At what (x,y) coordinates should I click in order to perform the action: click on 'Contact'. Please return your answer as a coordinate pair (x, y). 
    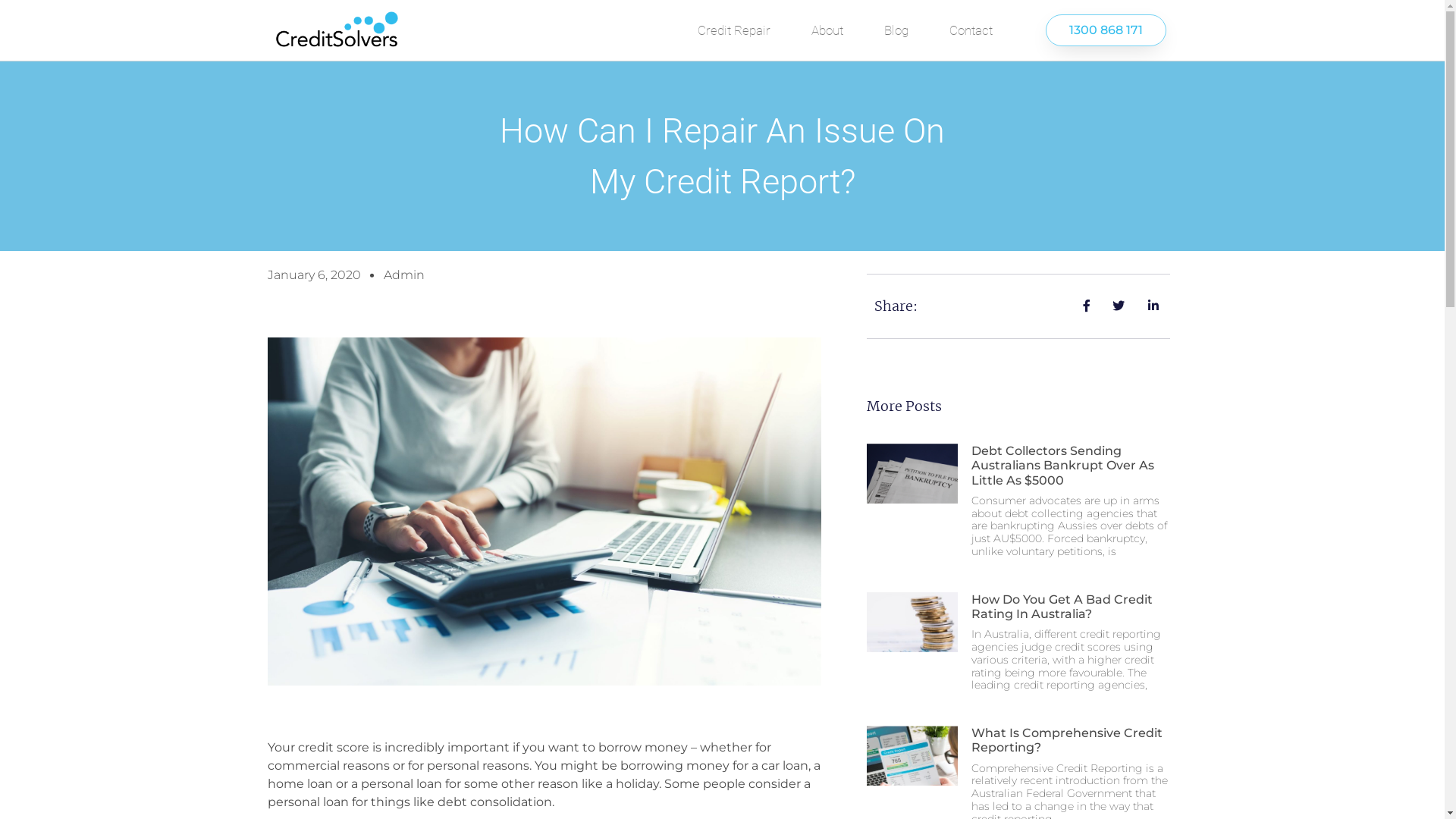
    Looking at the image, I should click on (927, 30).